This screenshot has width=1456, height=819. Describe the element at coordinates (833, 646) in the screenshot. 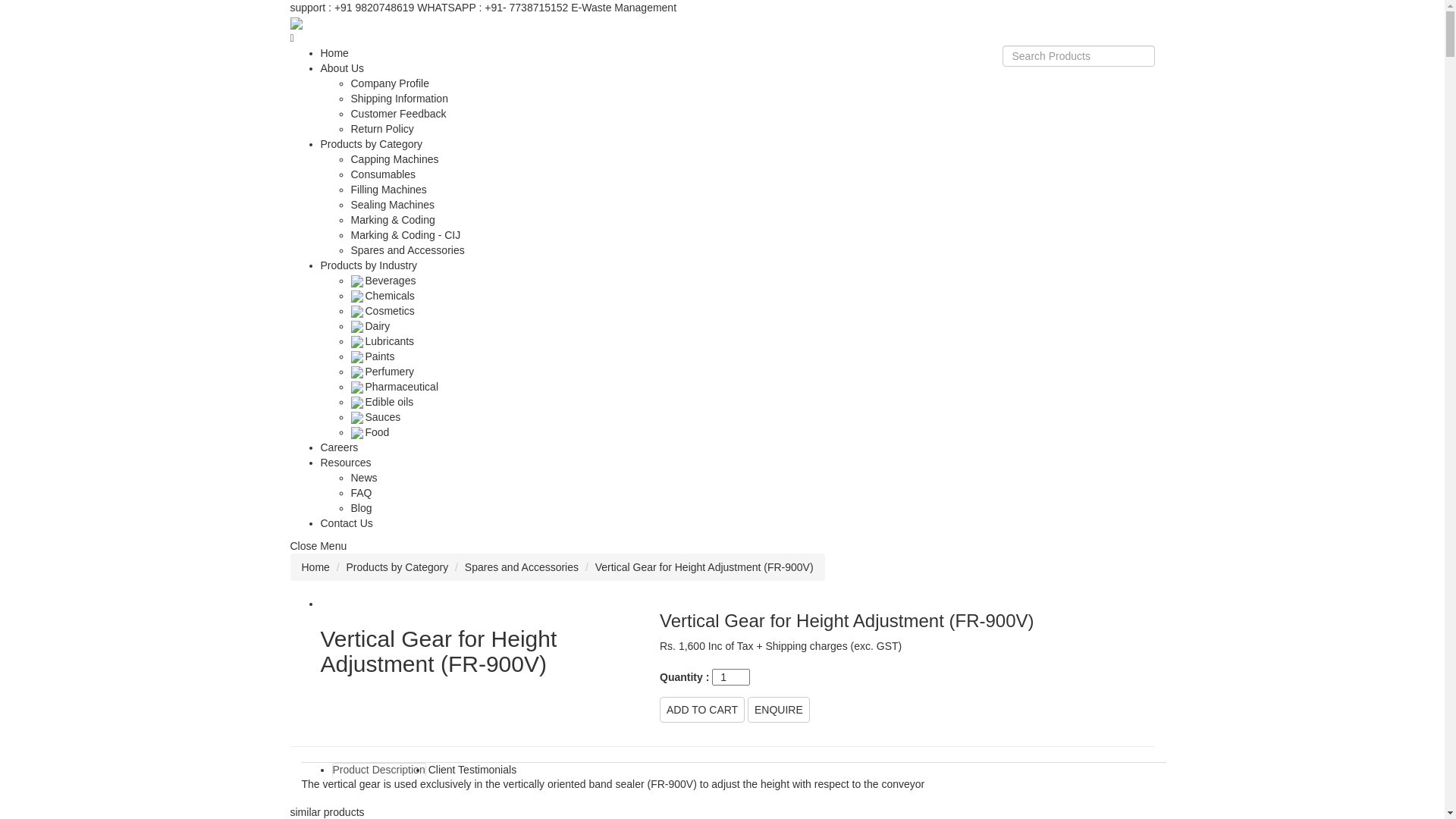

I see `'Shipping charges (exc. GST)'` at that location.